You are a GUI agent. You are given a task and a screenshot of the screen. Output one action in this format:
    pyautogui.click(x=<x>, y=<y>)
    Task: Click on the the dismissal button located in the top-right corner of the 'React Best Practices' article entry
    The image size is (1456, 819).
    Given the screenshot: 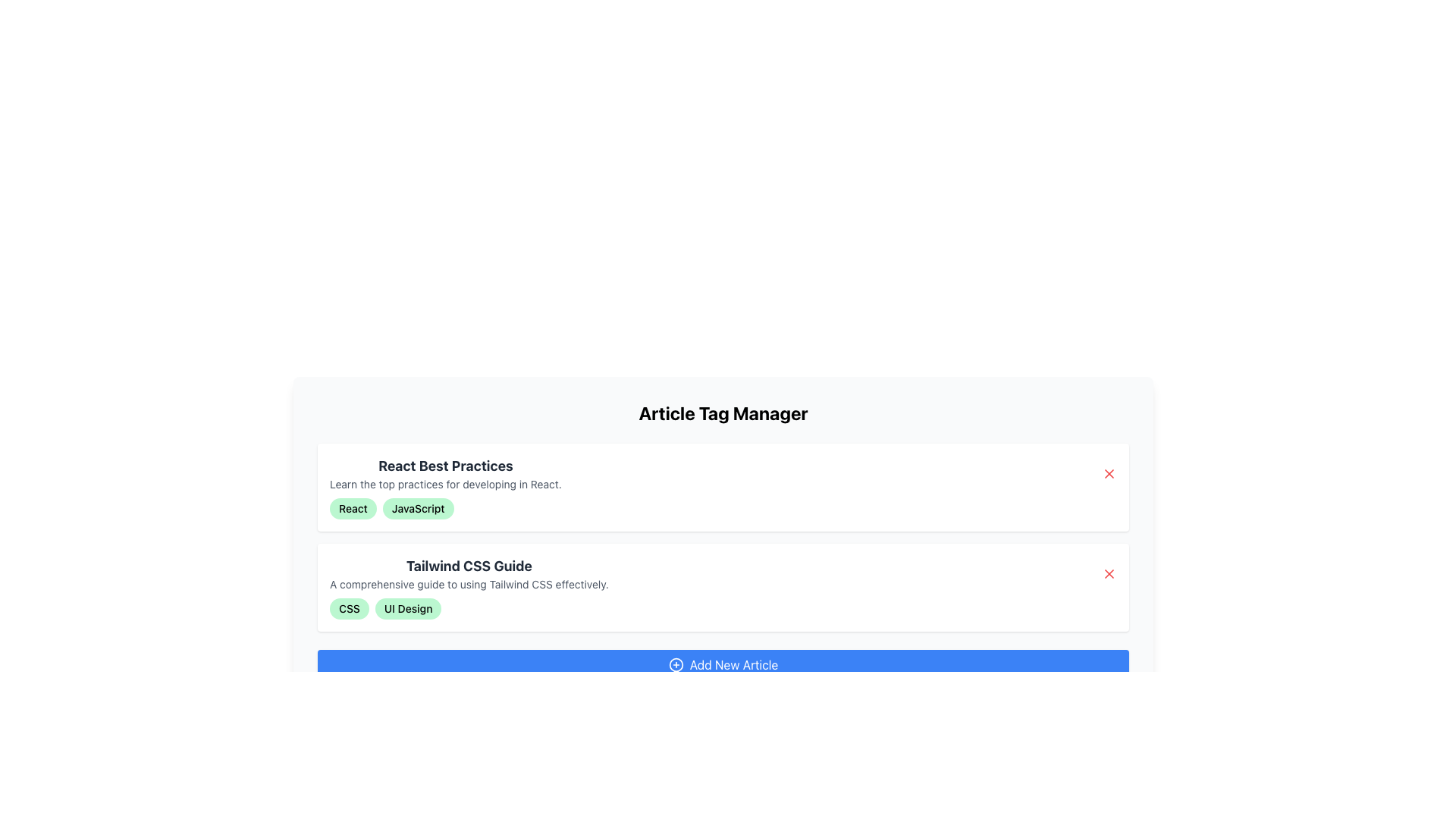 What is the action you would take?
    pyautogui.click(x=1109, y=472)
    